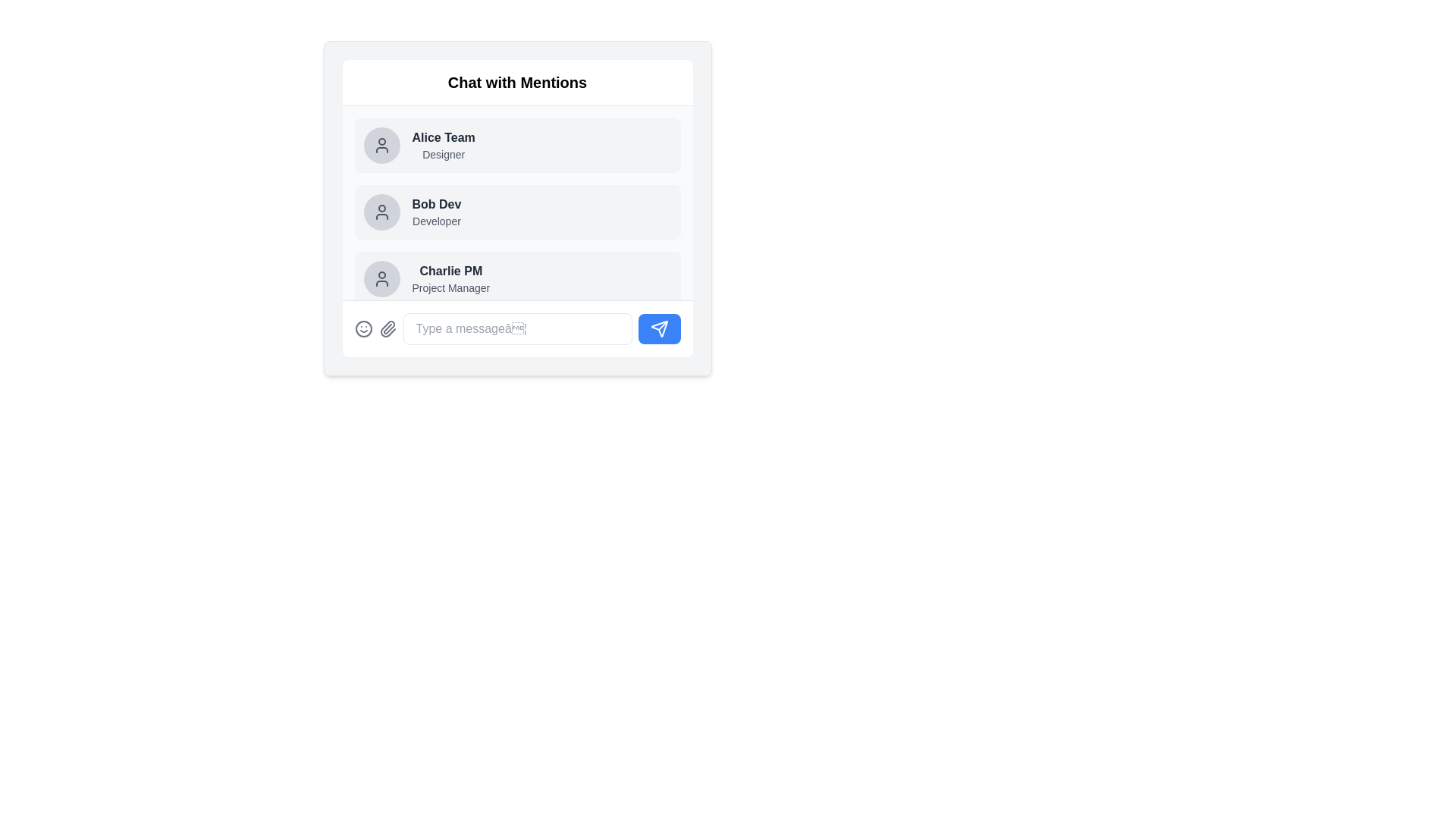 The width and height of the screenshot is (1456, 819). Describe the element at coordinates (443, 146) in the screenshot. I see `the 'Alice Team' text label, which displays the name in bold and the role 'Designer' in a smaller font below it` at that location.